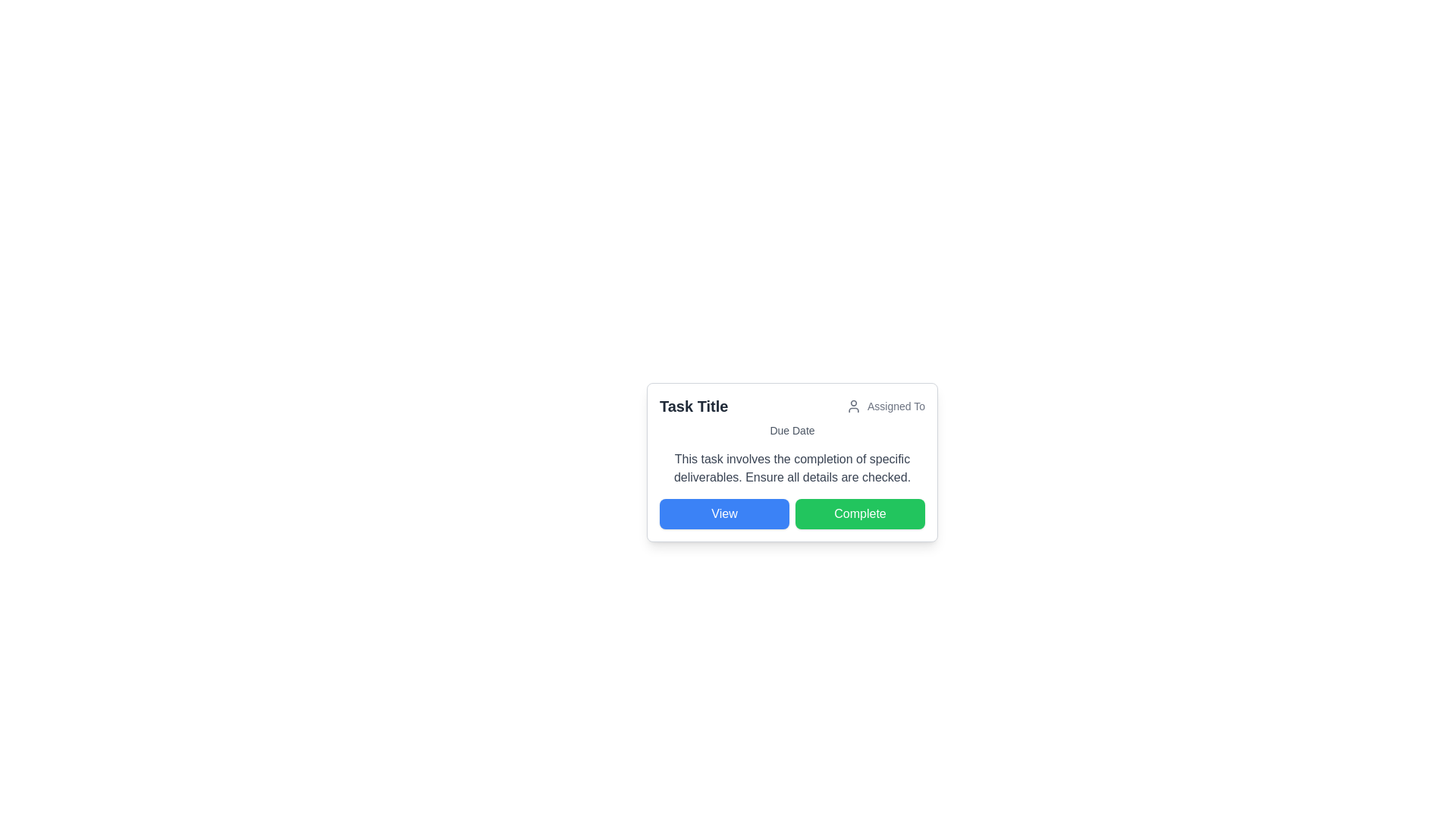 This screenshot has height=819, width=1456. Describe the element at coordinates (693, 406) in the screenshot. I see `the 'Task Title' text element, which is styled with a bold, large font and dark gray color, located to the left of the 'Assigned To' text and icon group` at that location.